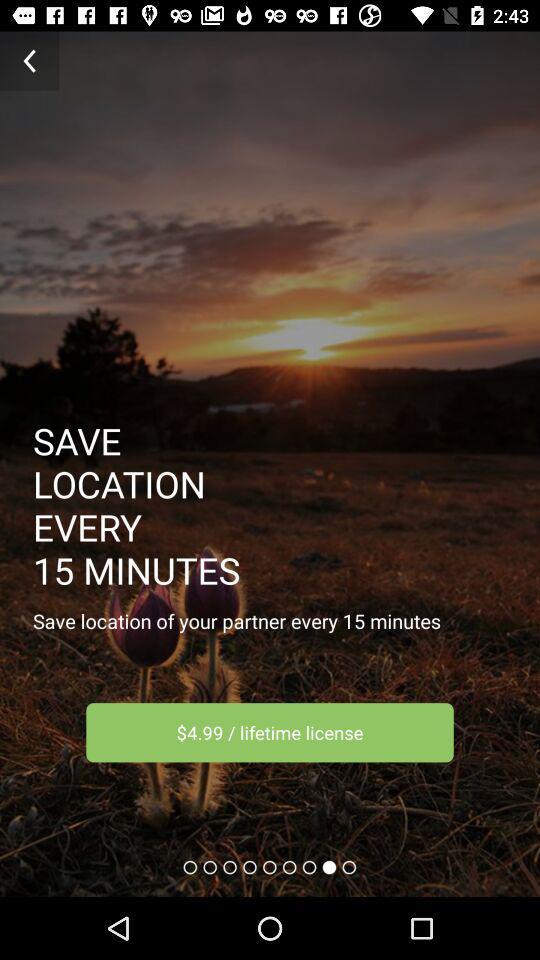 Image resolution: width=540 pixels, height=960 pixels. Describe the element at coordinates (28, 61) in the screenshot. I see `the icon above save location every item` at that location.